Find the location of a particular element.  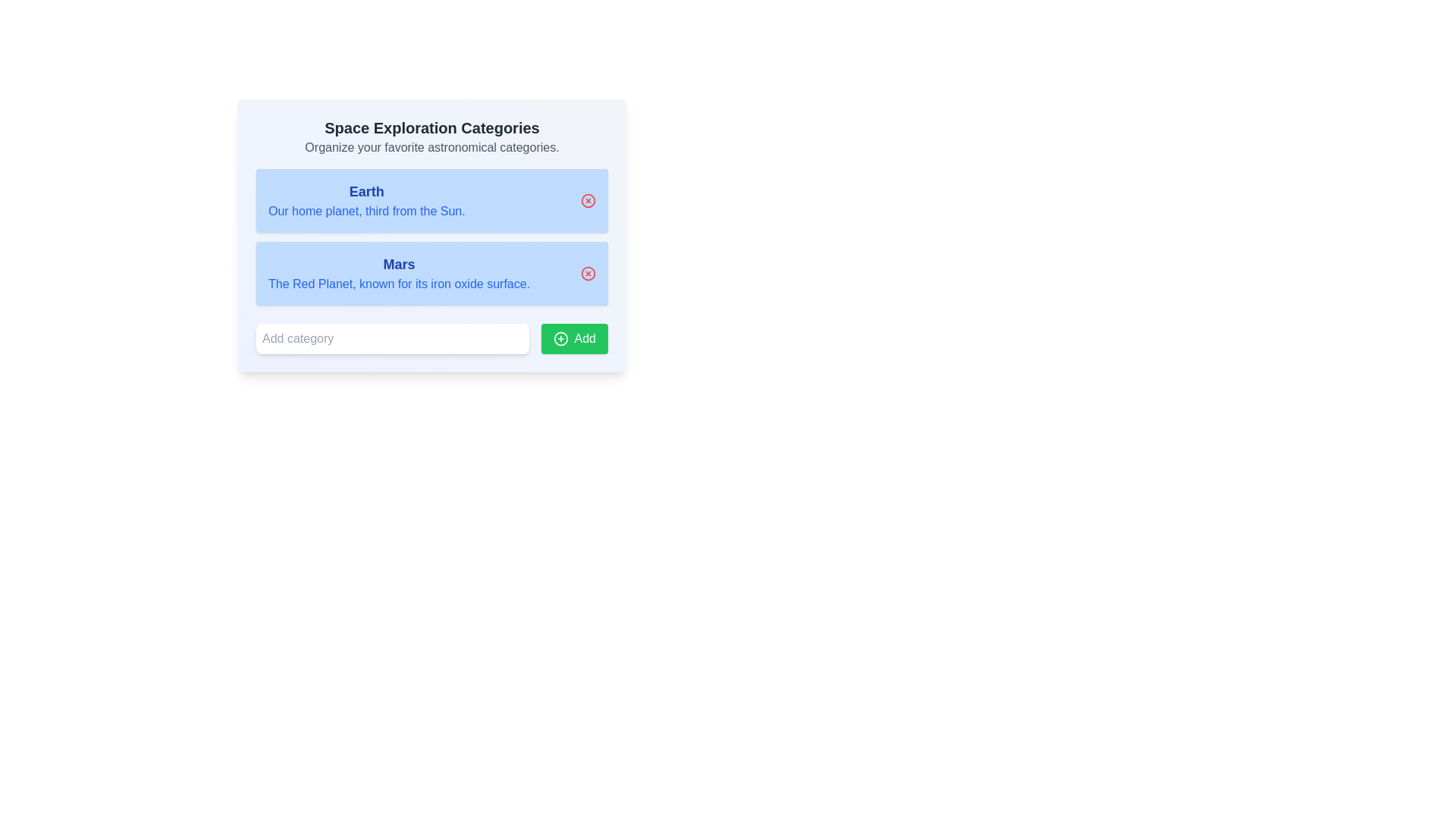

the second line of text in the blue rectangular section providing additional information about 'Earth', located directly beneath the bolded label 'Earth' is located at coordinates (366, 211).